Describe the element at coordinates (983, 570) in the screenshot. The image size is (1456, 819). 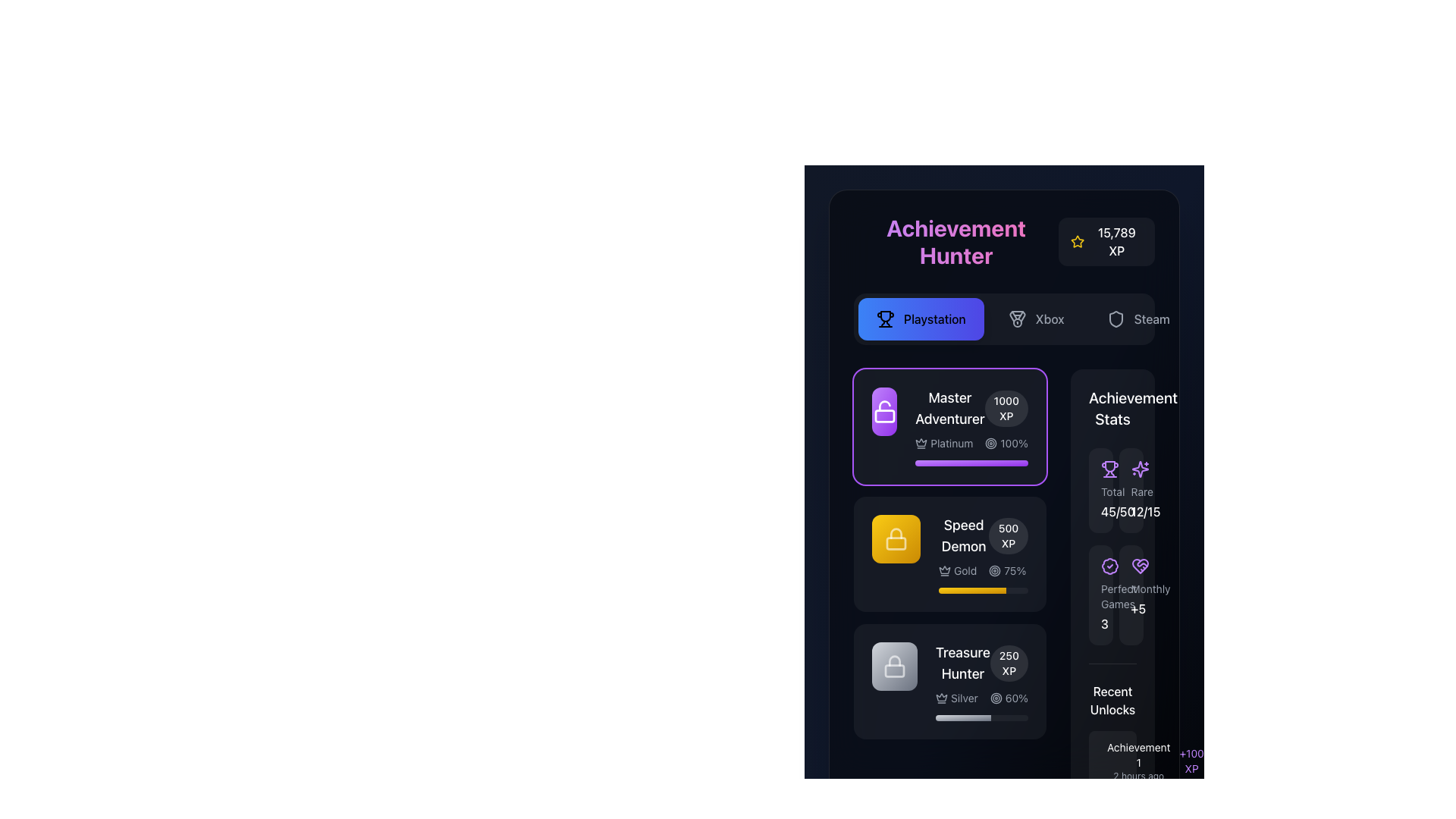
I see `the textual and iconographic label component that includes a crown icon and the text 'Gold', along with a target icon and '75%', located below the 'Speed Demon' title and to the left of the percentage progress bar` at that location.